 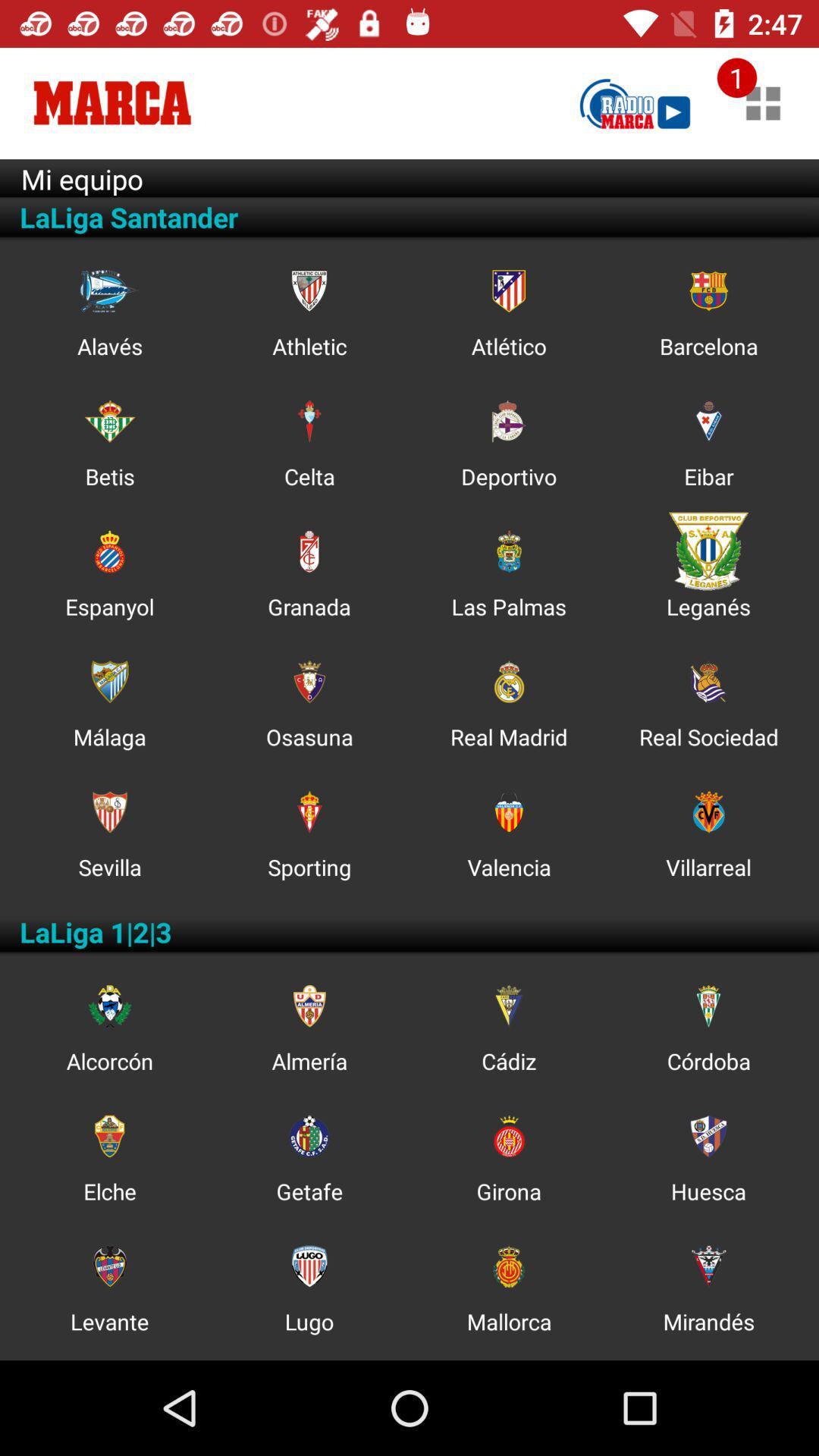 What do you see at coordinates (108, 1266) in the screenshot?
I see `the emoji icon` at bounding box center [108, 1266].